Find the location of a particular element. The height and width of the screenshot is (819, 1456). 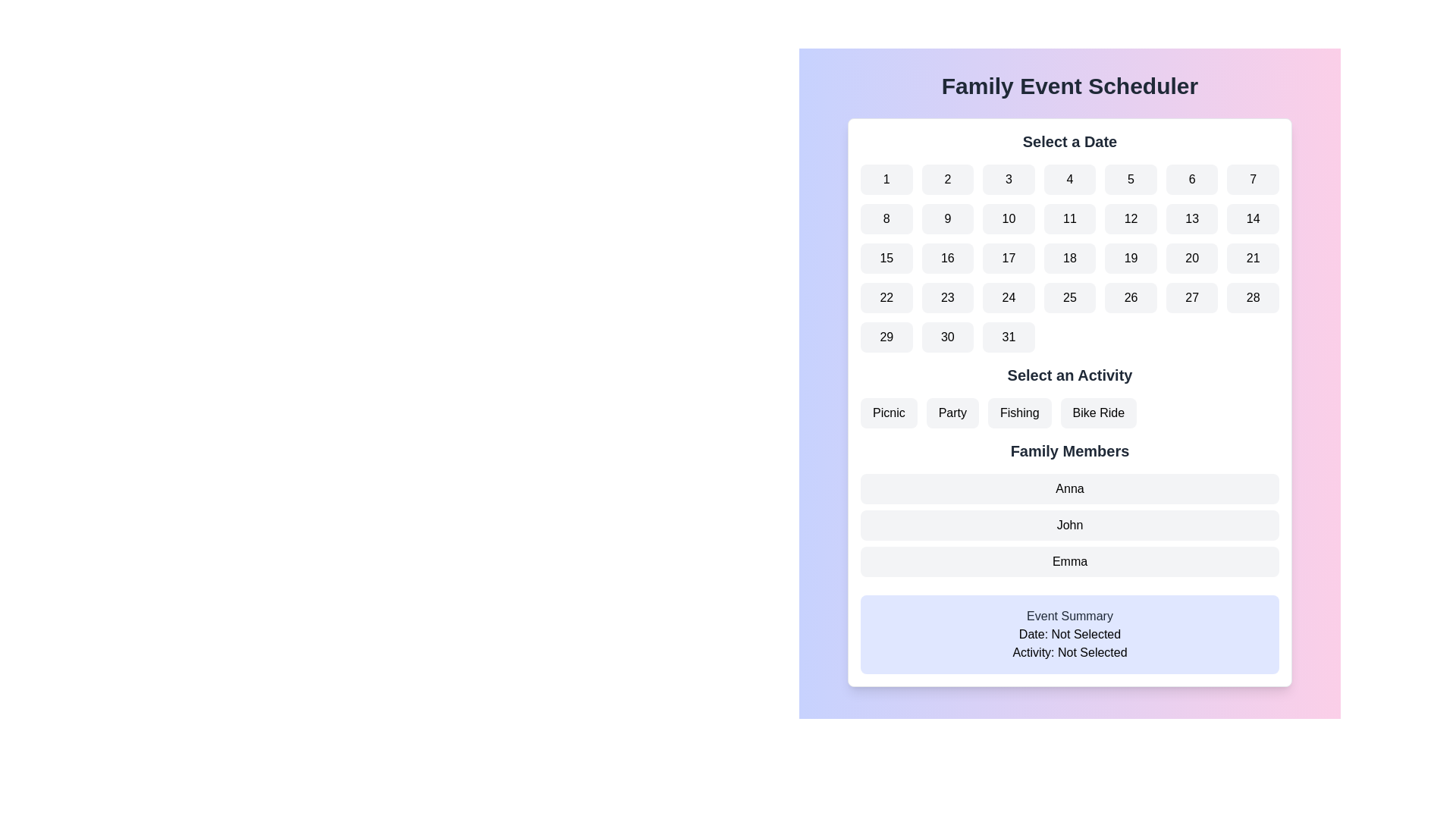

the top-left button in the 'Select a Date' section is located at coordinates (886, 178).